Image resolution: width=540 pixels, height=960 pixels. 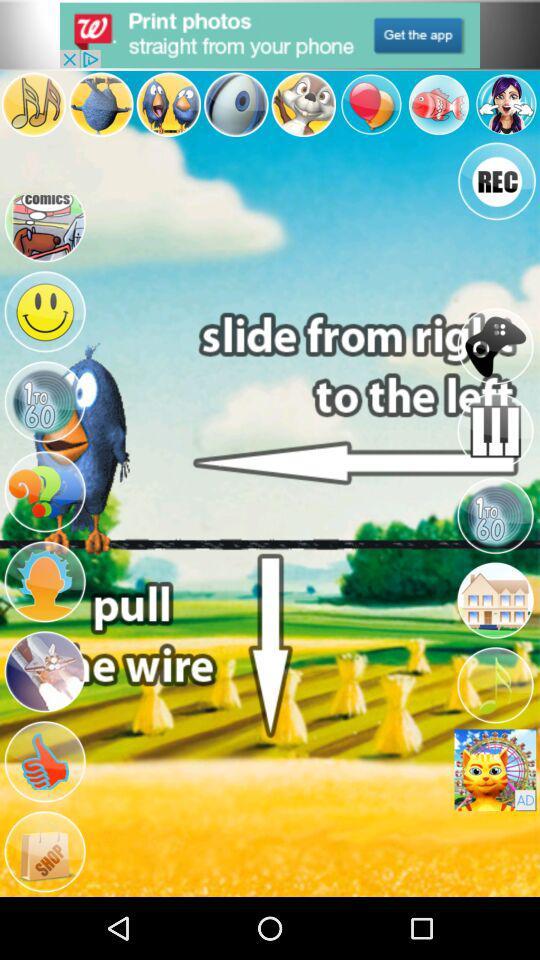 What do you see at coordinates (44, 353) in the screenshot?
I see `the emoji icon` at bounding box center [44, 353].